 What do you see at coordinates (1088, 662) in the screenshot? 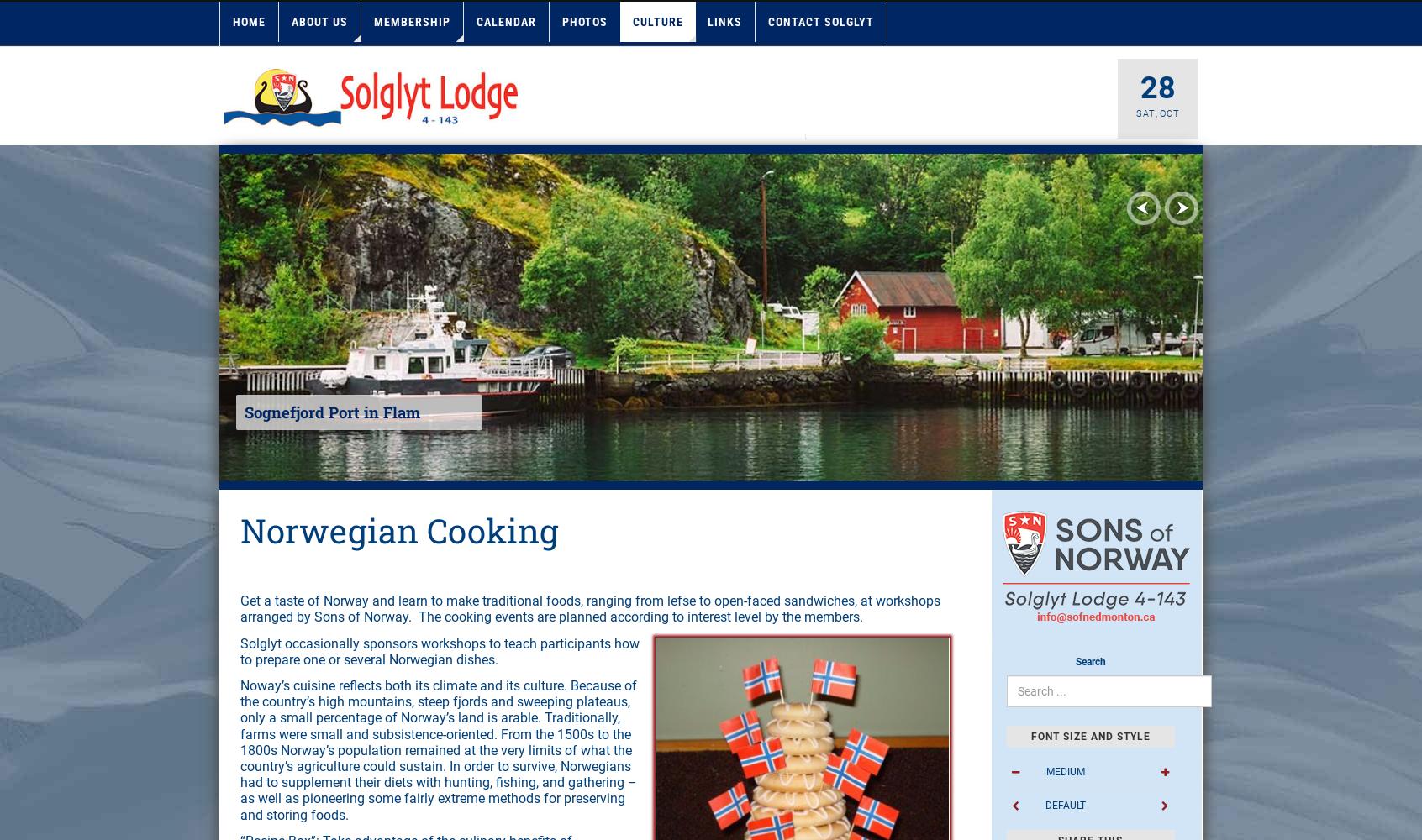
I see `'Search'` at bounding box center [1088, 662].